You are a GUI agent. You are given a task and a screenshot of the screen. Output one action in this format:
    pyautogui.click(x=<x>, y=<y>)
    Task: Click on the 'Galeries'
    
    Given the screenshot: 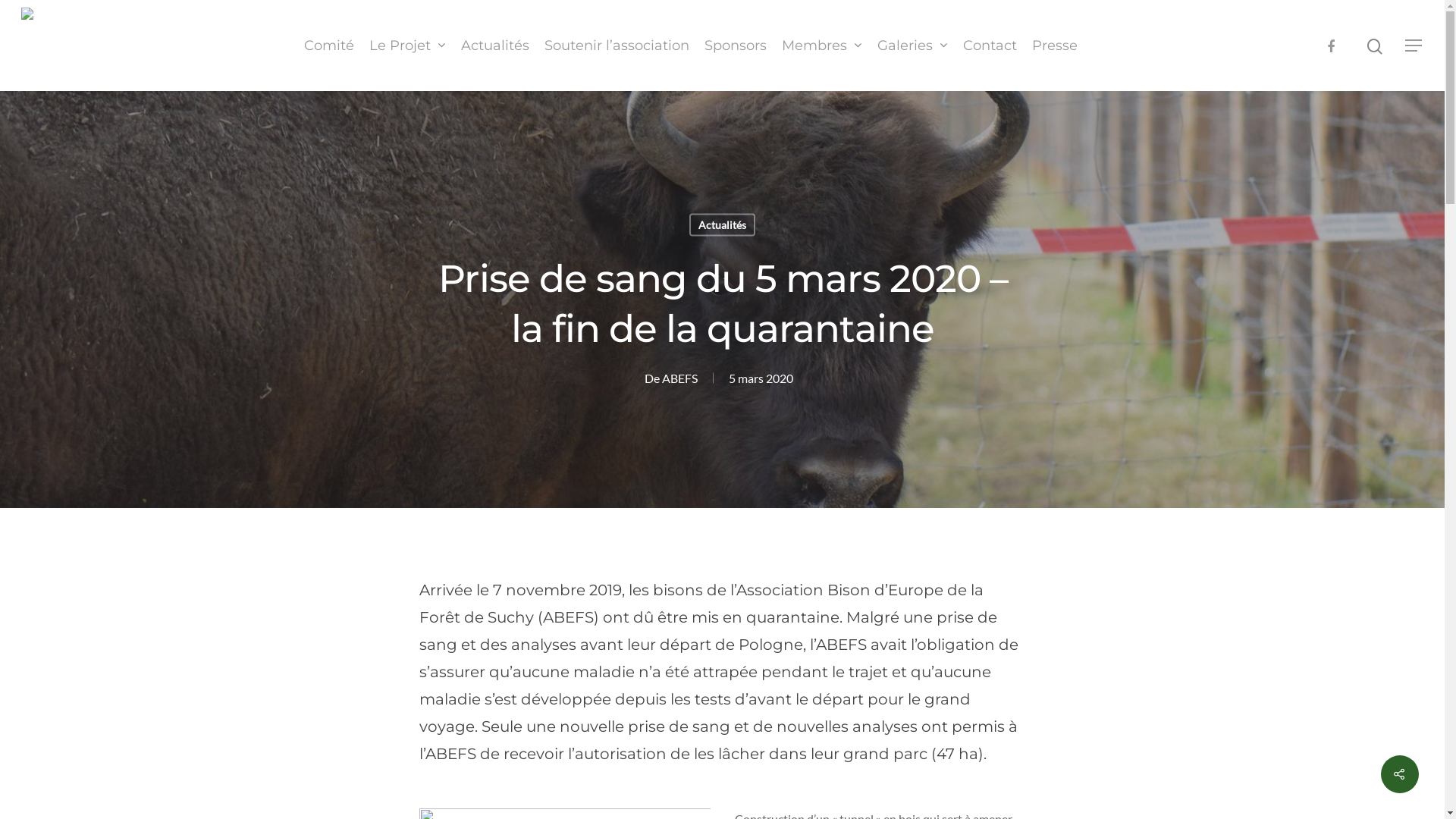 What is the action you would take?
    pyautogui.click(x=911, y=45)
    